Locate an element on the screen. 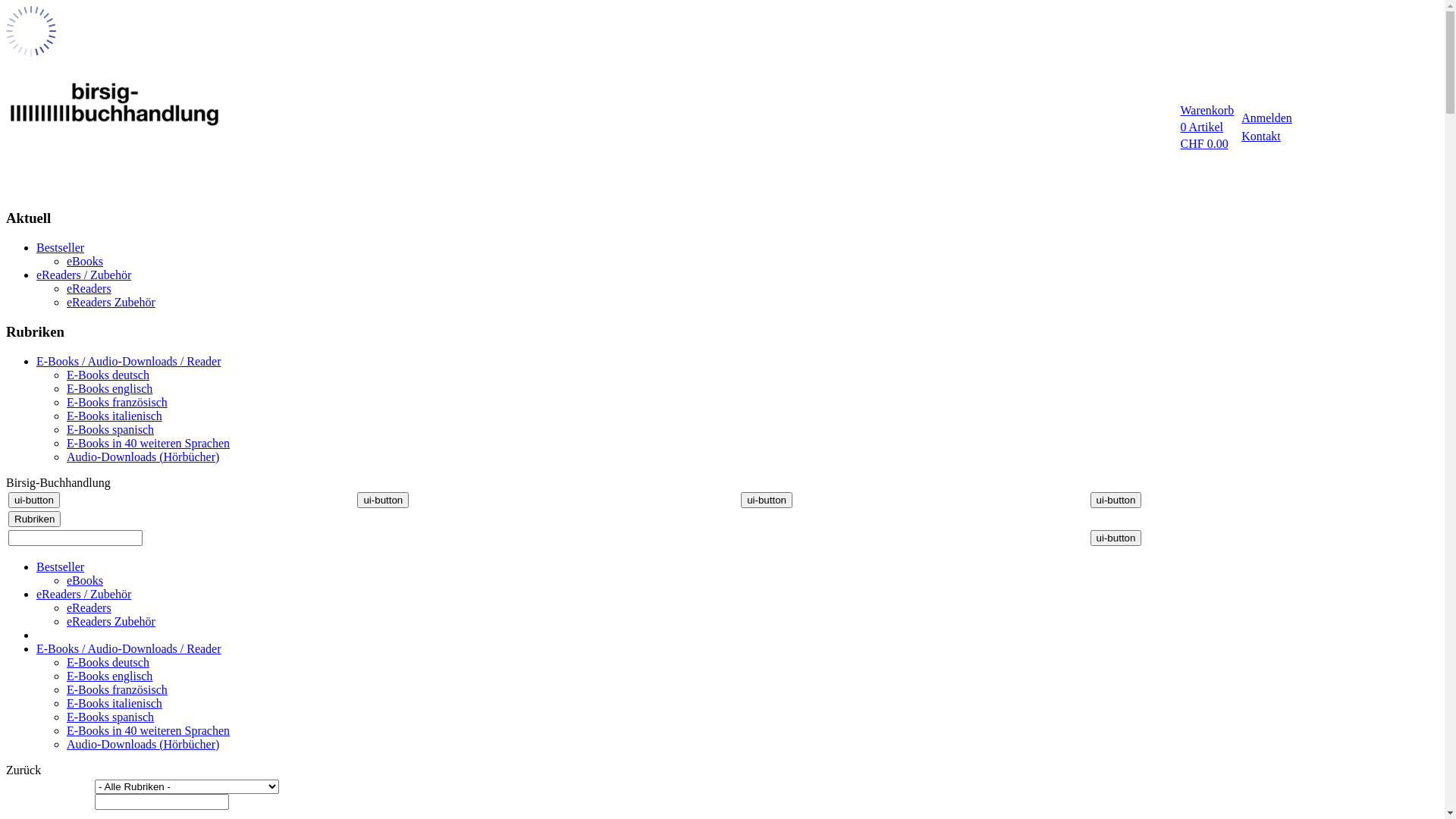 The height and width of the screenshot is (819, 1456). 'Kontakt' is located at coordinates (1260, 135).